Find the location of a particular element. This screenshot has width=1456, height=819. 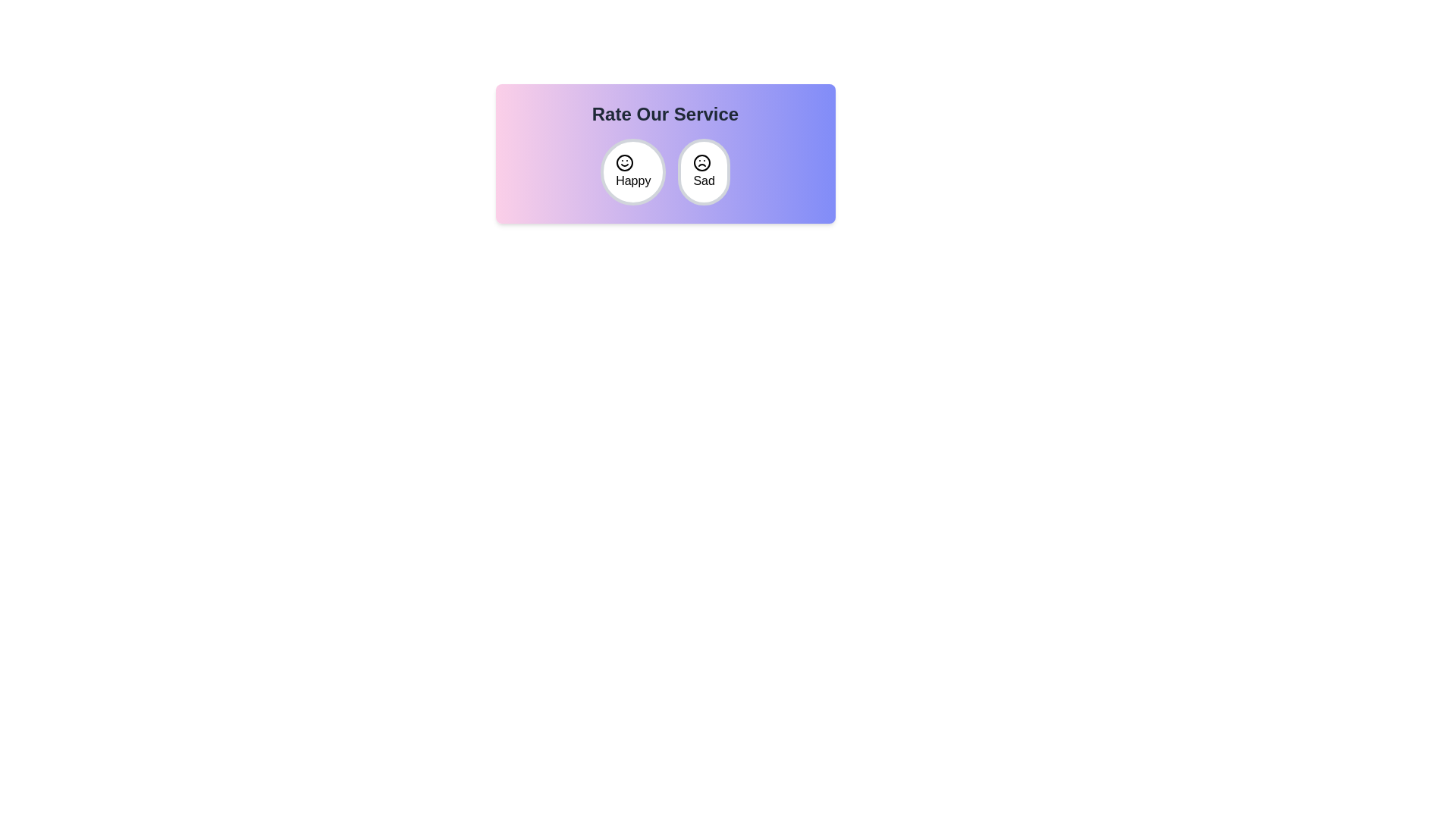

the Sad button to select it as the rating is located at coordinates (702, 171).